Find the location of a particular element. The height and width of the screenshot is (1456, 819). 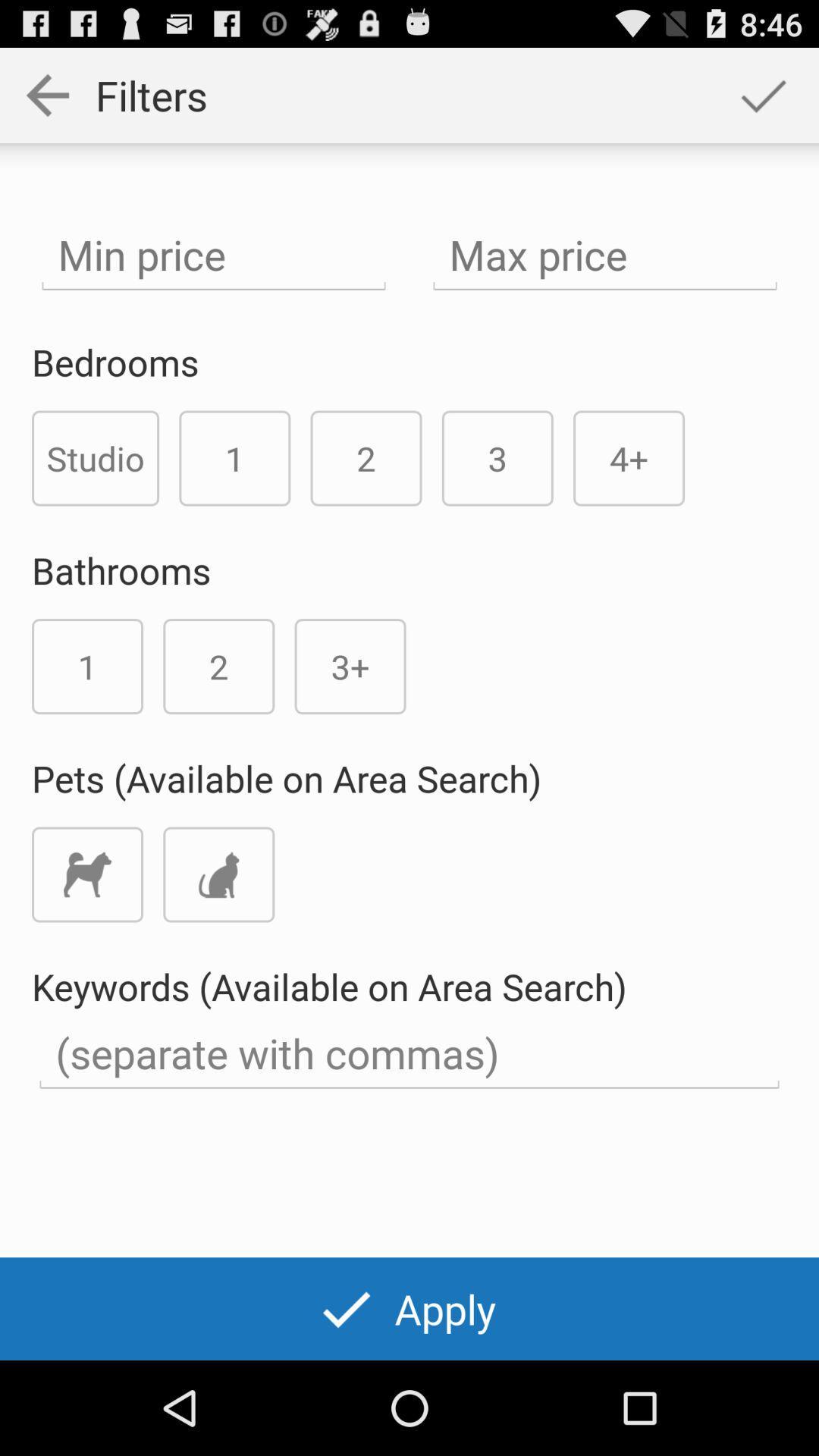

number 2 below bathrooms is located at coordinates (218, 666).